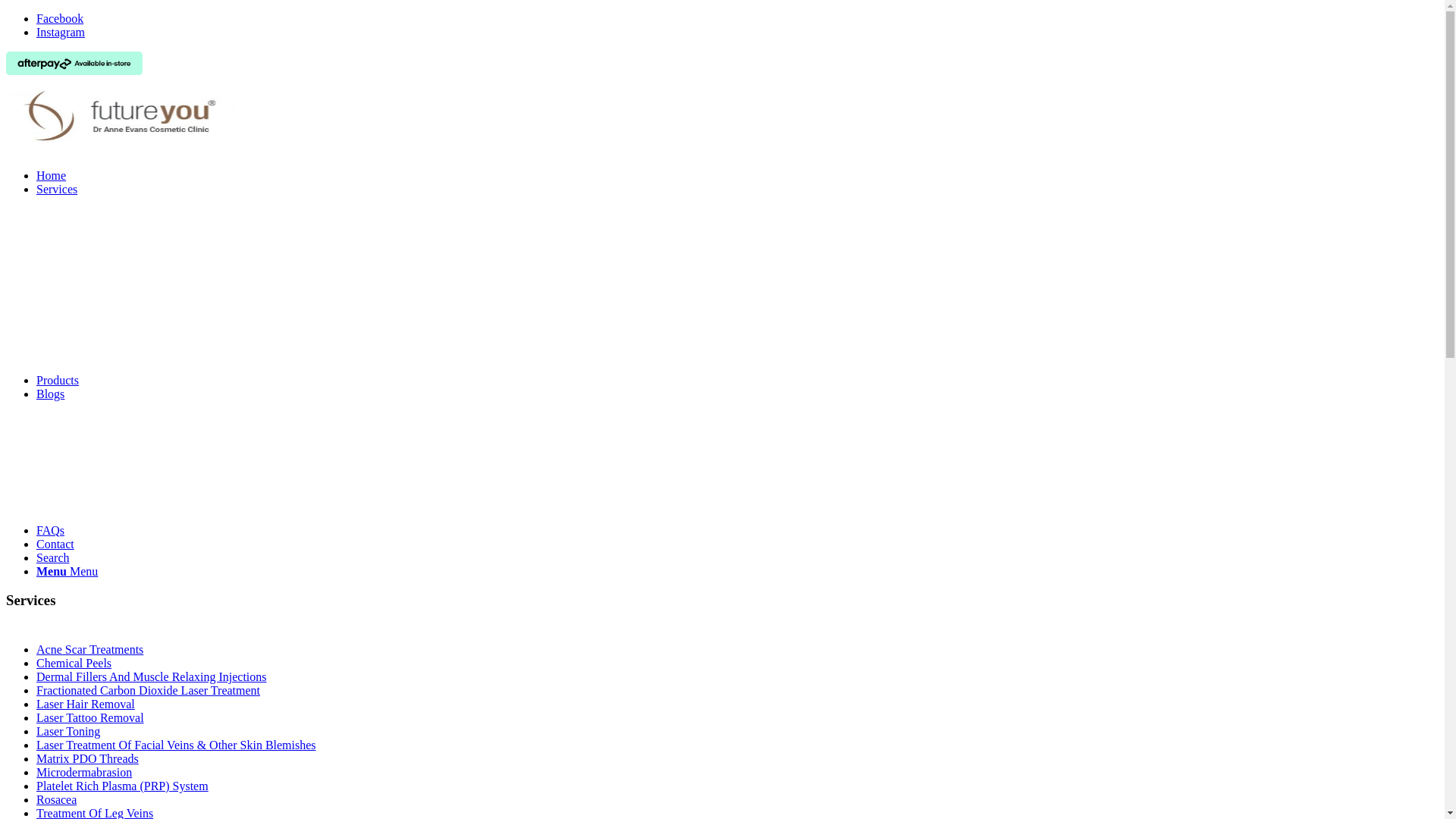  Describe the element at coordinates (55, 543) in the screenshot. I see `'Contact'` at that location.